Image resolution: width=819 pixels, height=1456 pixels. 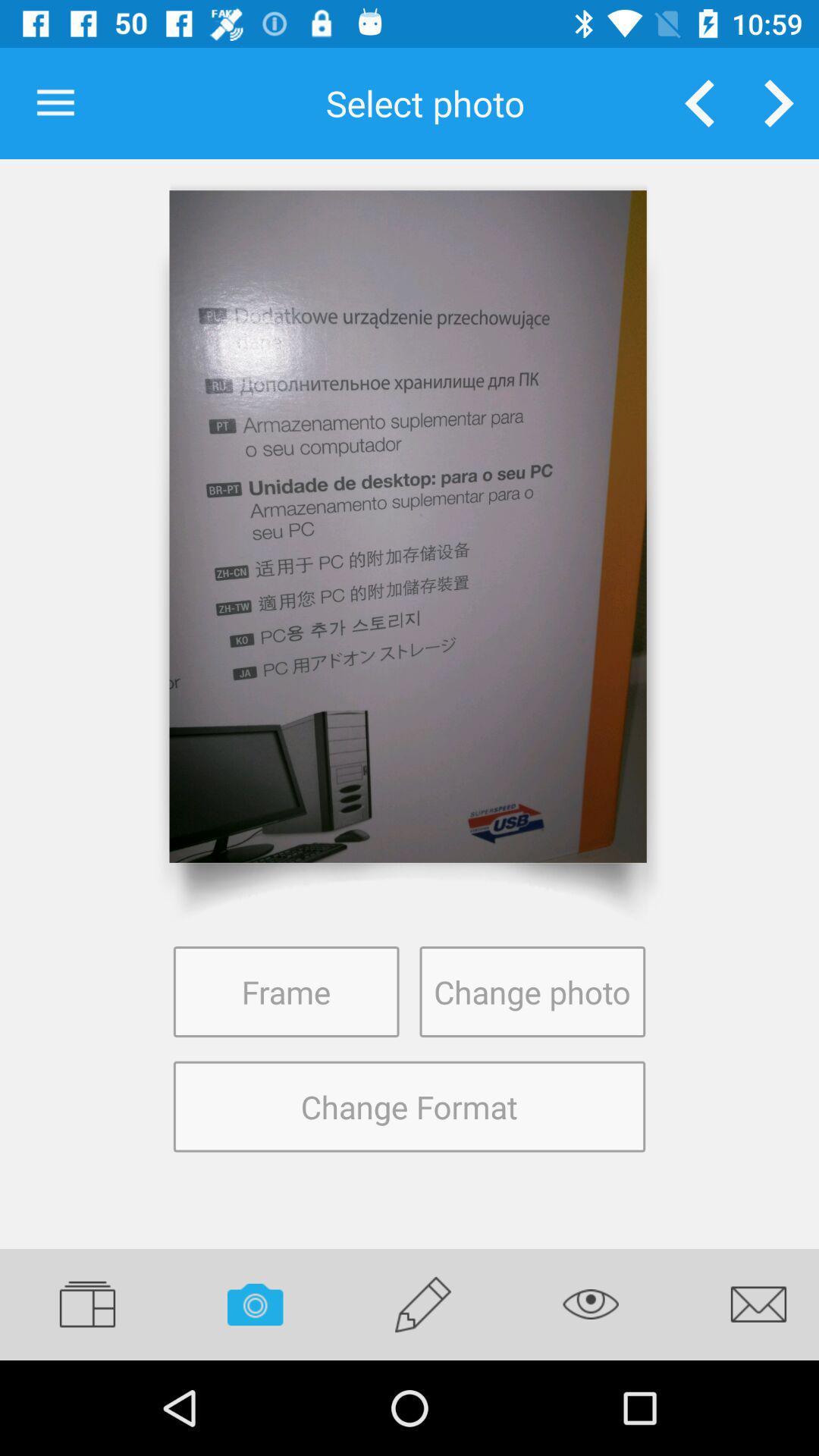 I want to click on item to the left of the select photo item, so click(x=55, y=102).